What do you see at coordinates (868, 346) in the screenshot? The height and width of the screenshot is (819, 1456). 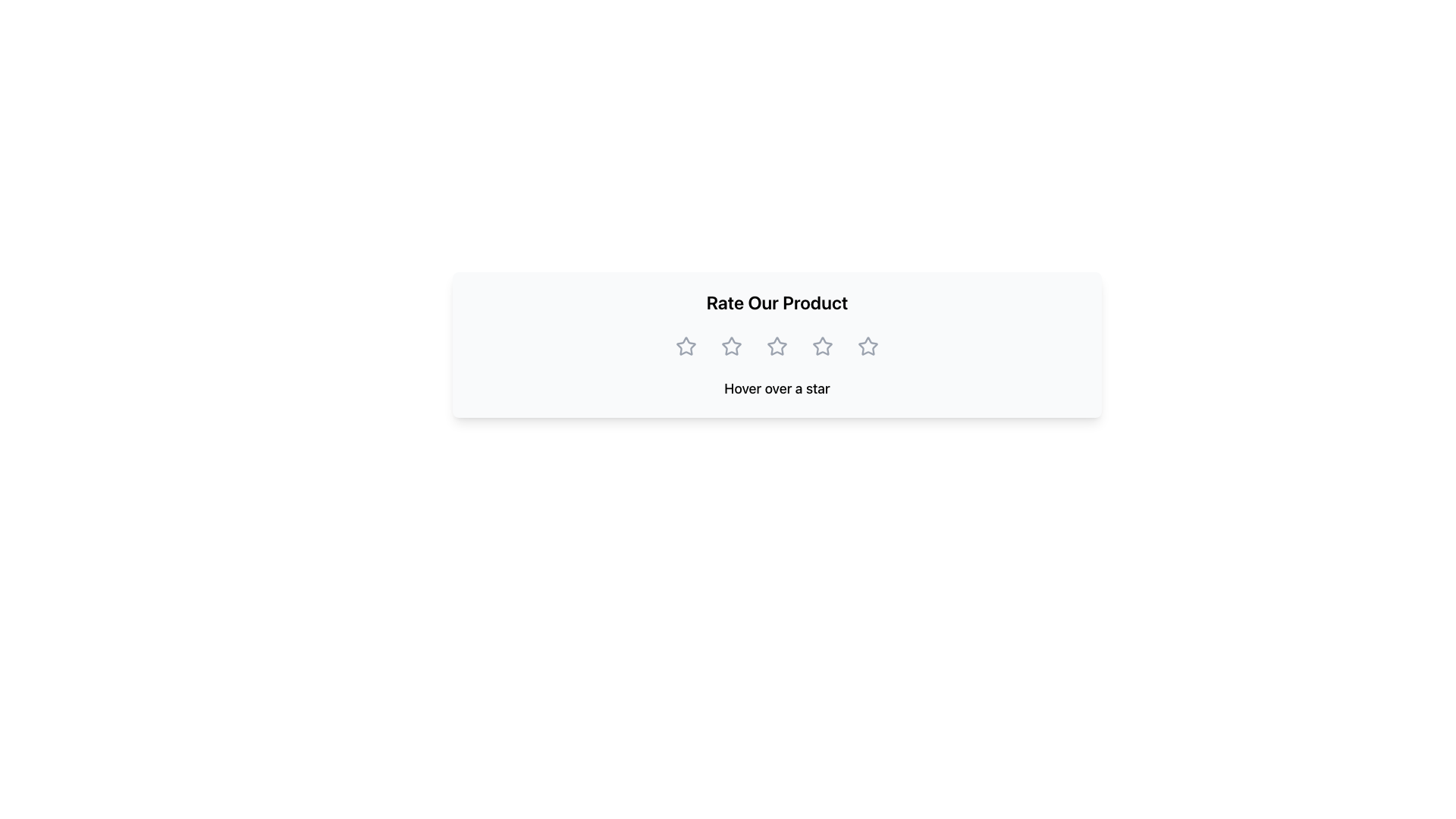 I see `the fifth star icon in the 'Rate Our Product' section, which is distinguished by its vibrant color among a group of five stars` at bounding box center [868, 346].